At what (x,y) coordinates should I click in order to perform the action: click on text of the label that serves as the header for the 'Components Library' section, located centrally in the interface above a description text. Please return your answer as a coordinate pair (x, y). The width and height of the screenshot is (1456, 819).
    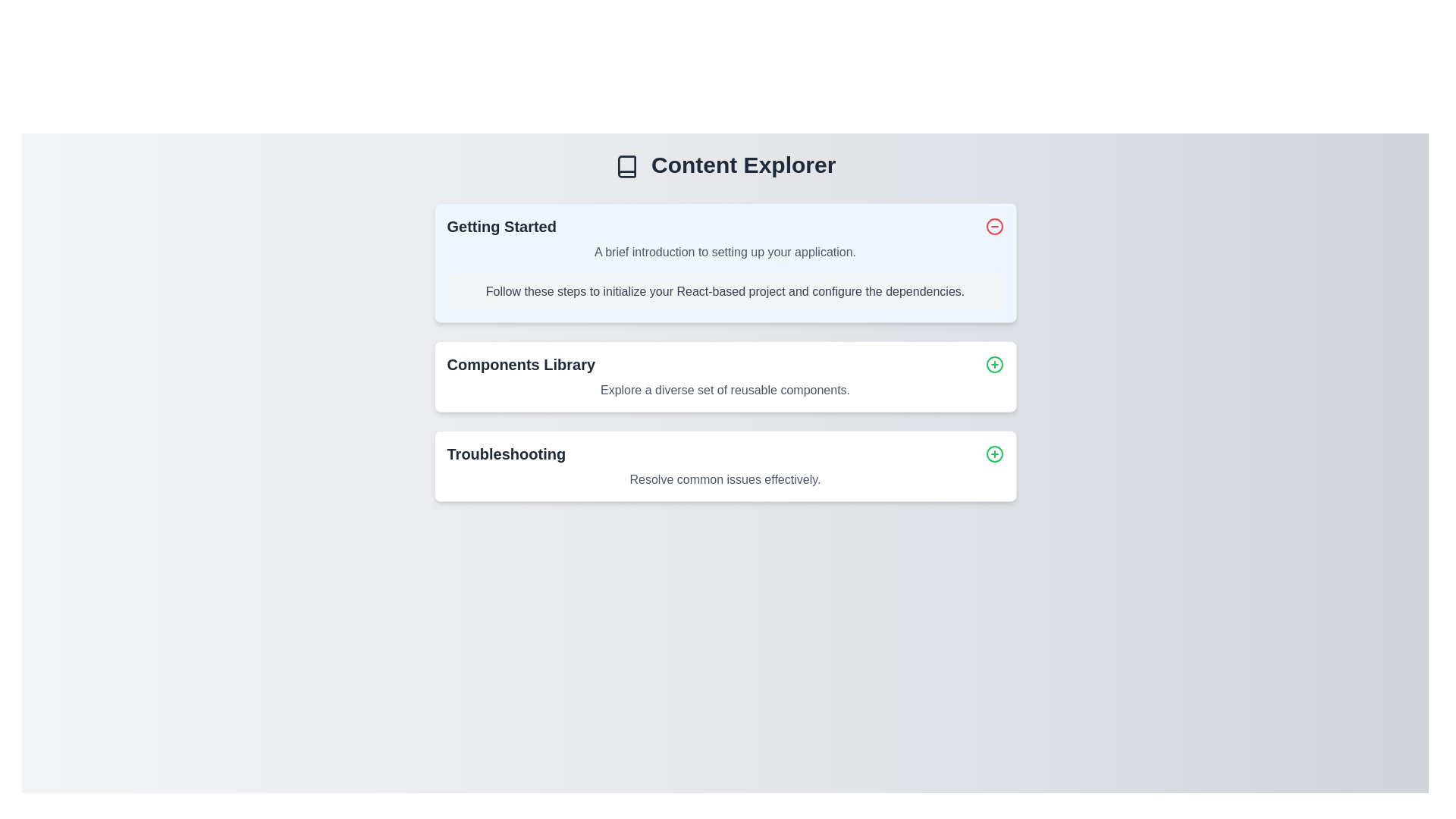
    Looking at the image, I should click on (521, 365).